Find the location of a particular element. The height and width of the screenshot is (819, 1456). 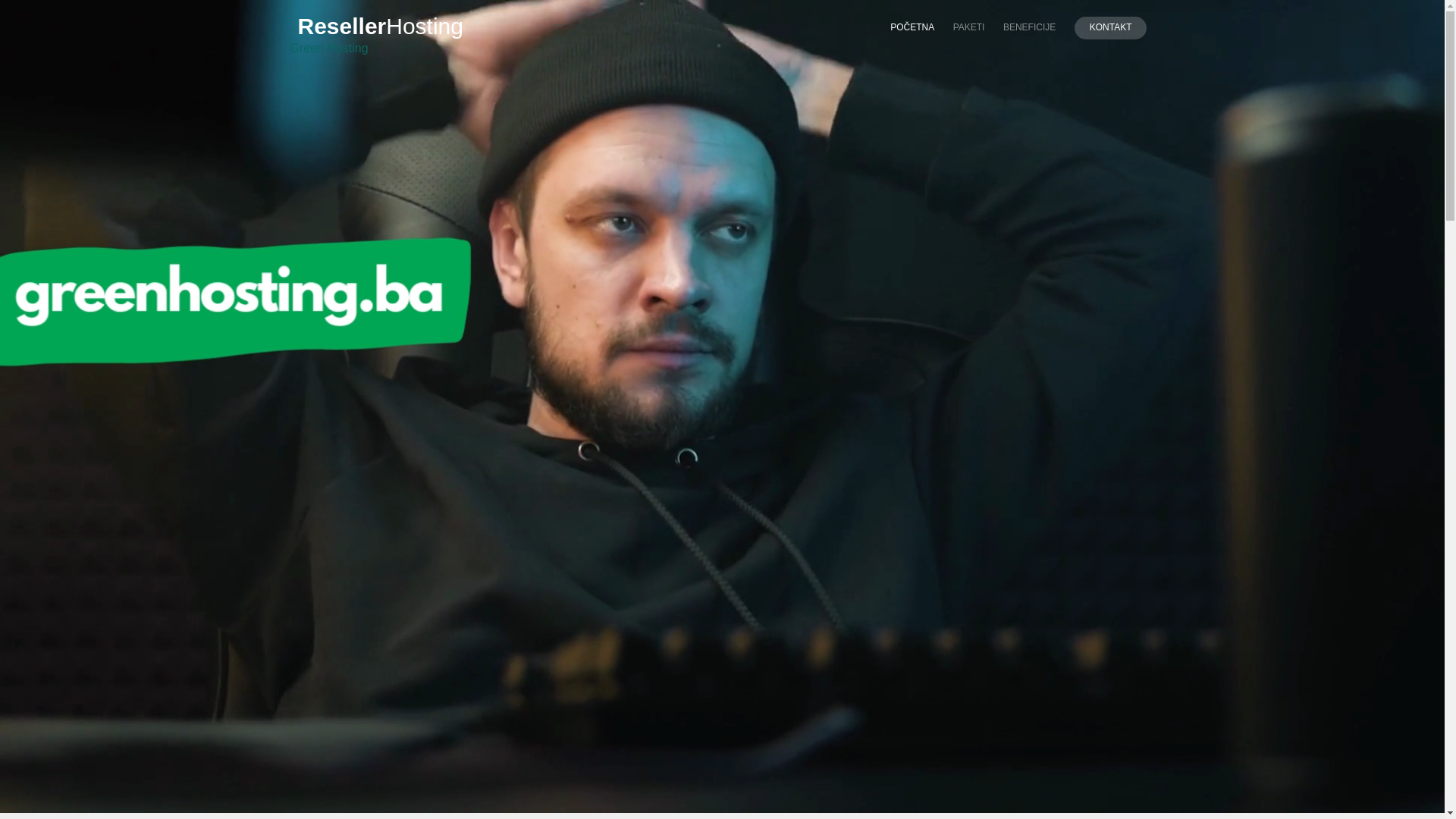

'Green Hosting' is located at coordinates (328, 47).